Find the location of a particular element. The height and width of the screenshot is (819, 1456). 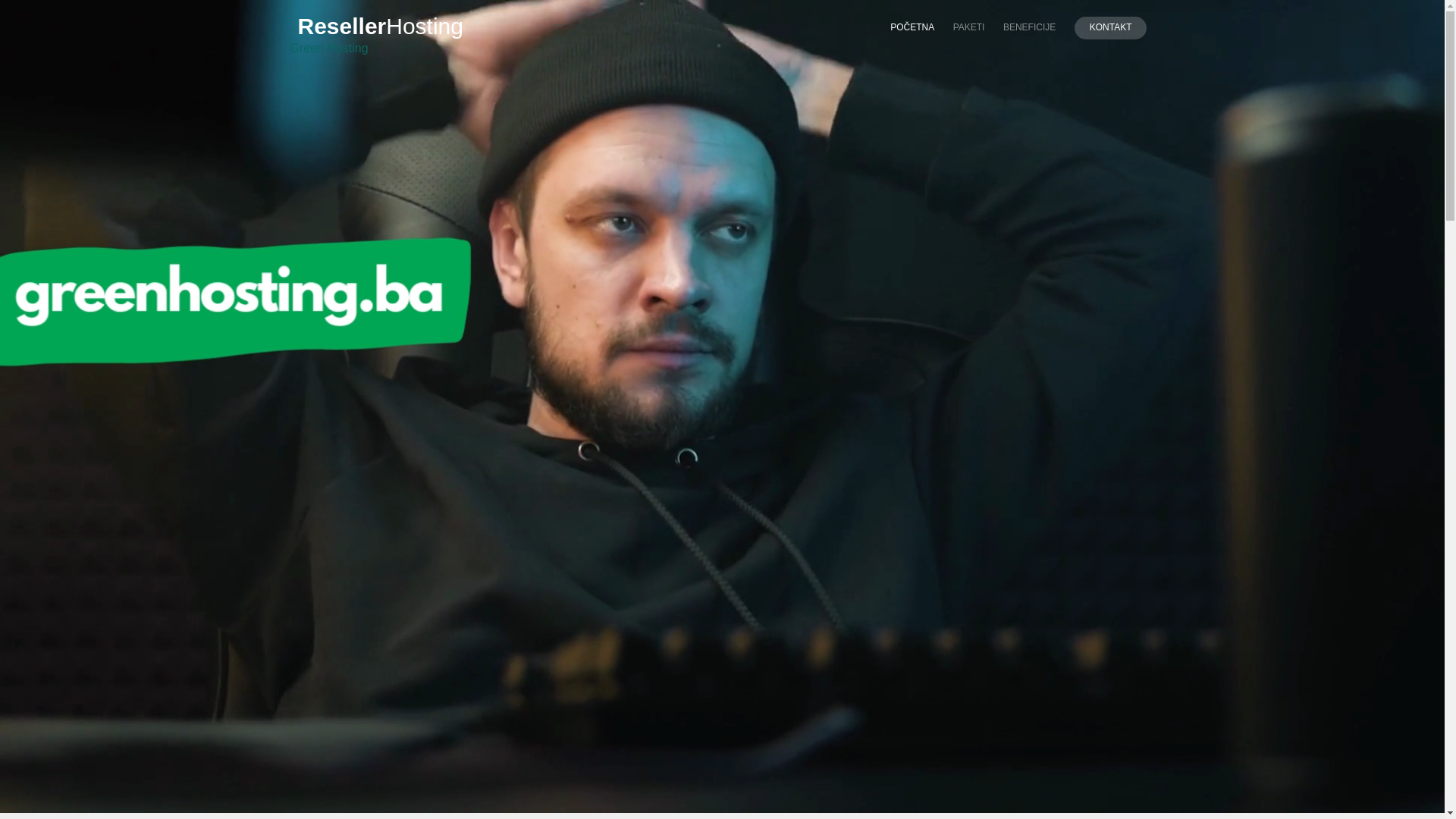

'Green Hosting' is located at coordinates (328, 47).